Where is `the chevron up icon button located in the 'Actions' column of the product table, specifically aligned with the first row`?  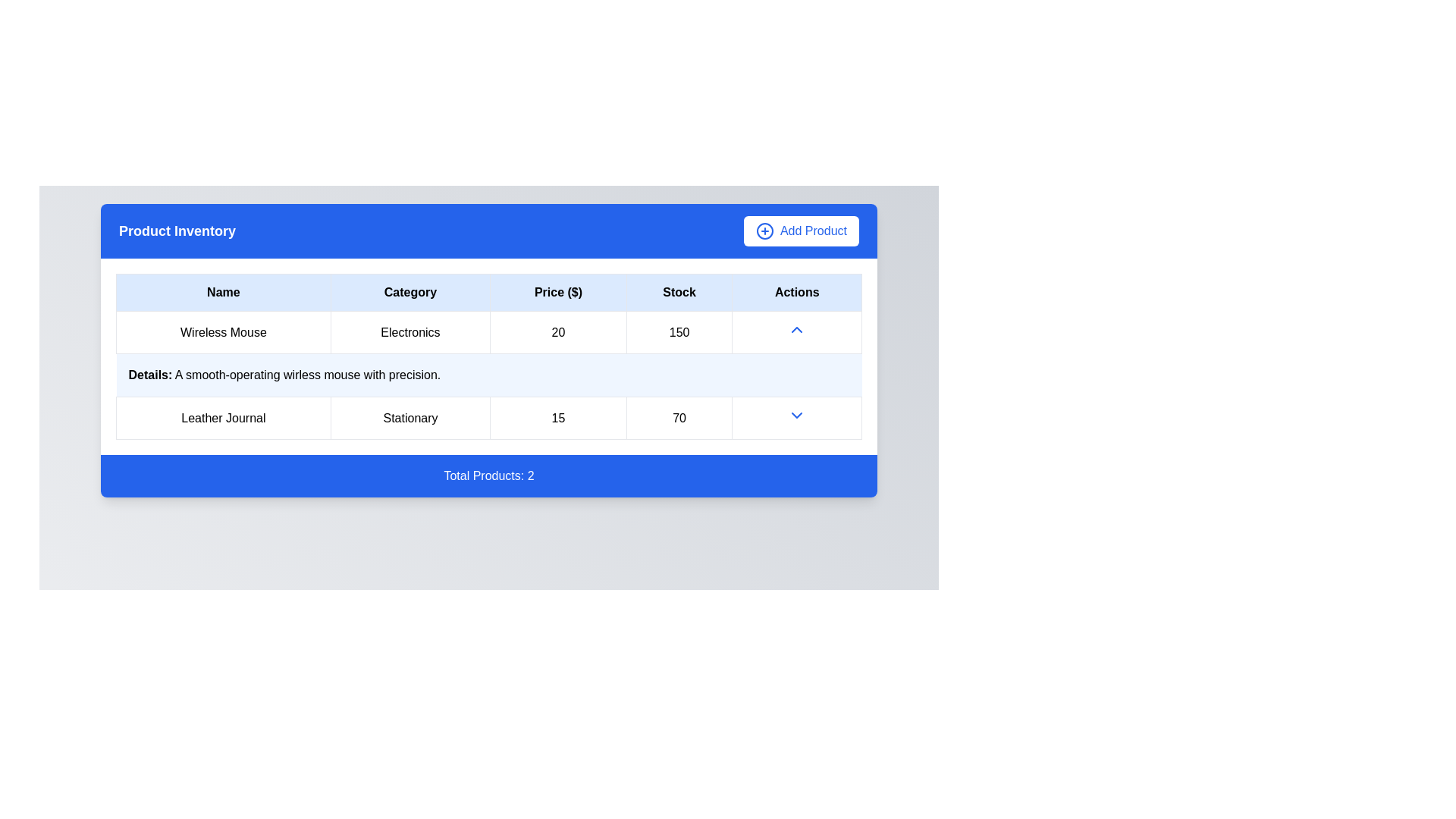
the chevron up icon button located in the 'Actions' column of the product table, specifically aligned with the first row is located at coordinates (796, 329).